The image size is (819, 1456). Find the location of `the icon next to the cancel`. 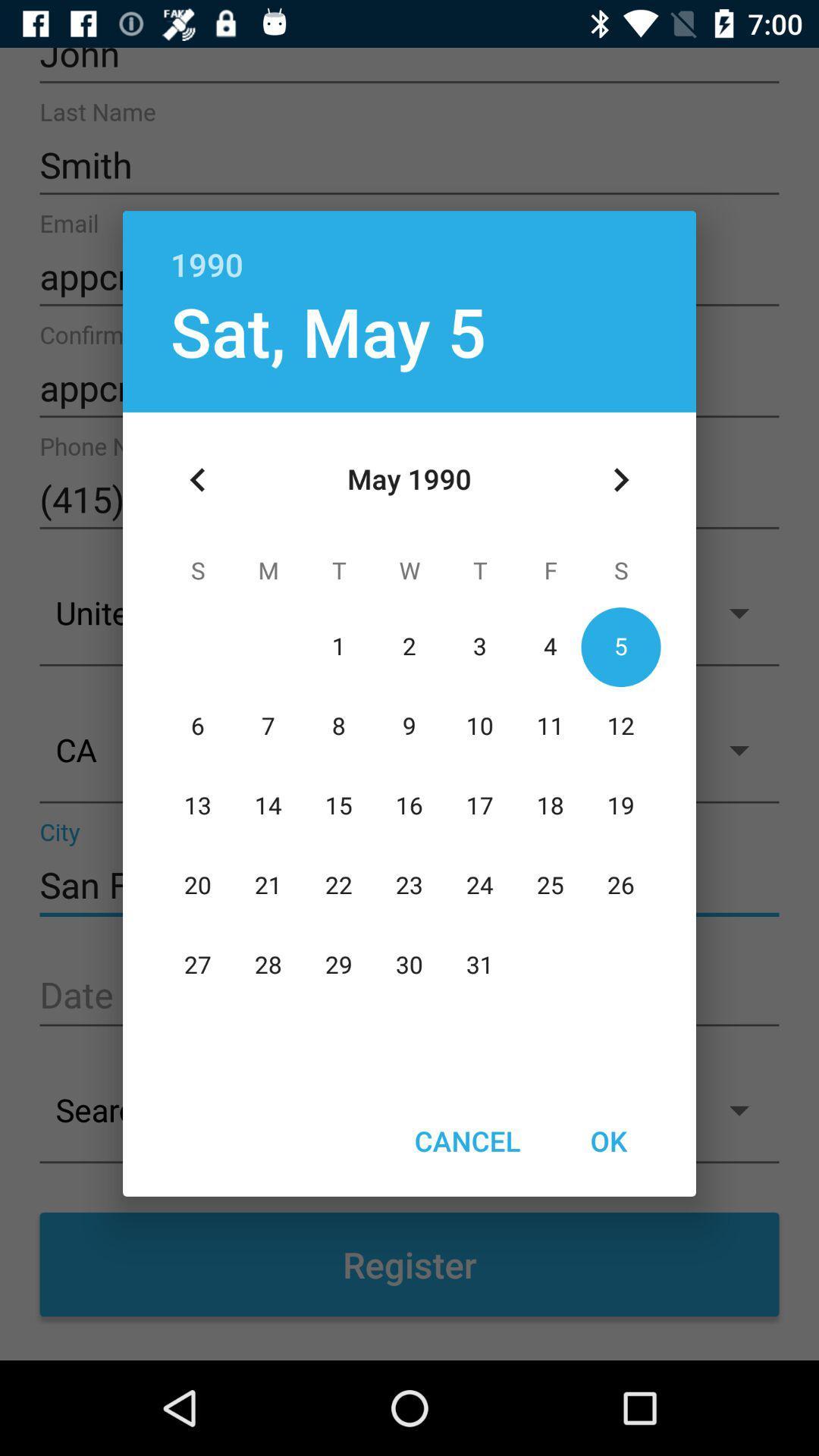

the icon next to the cancel is located at coordinates (607, 1141).